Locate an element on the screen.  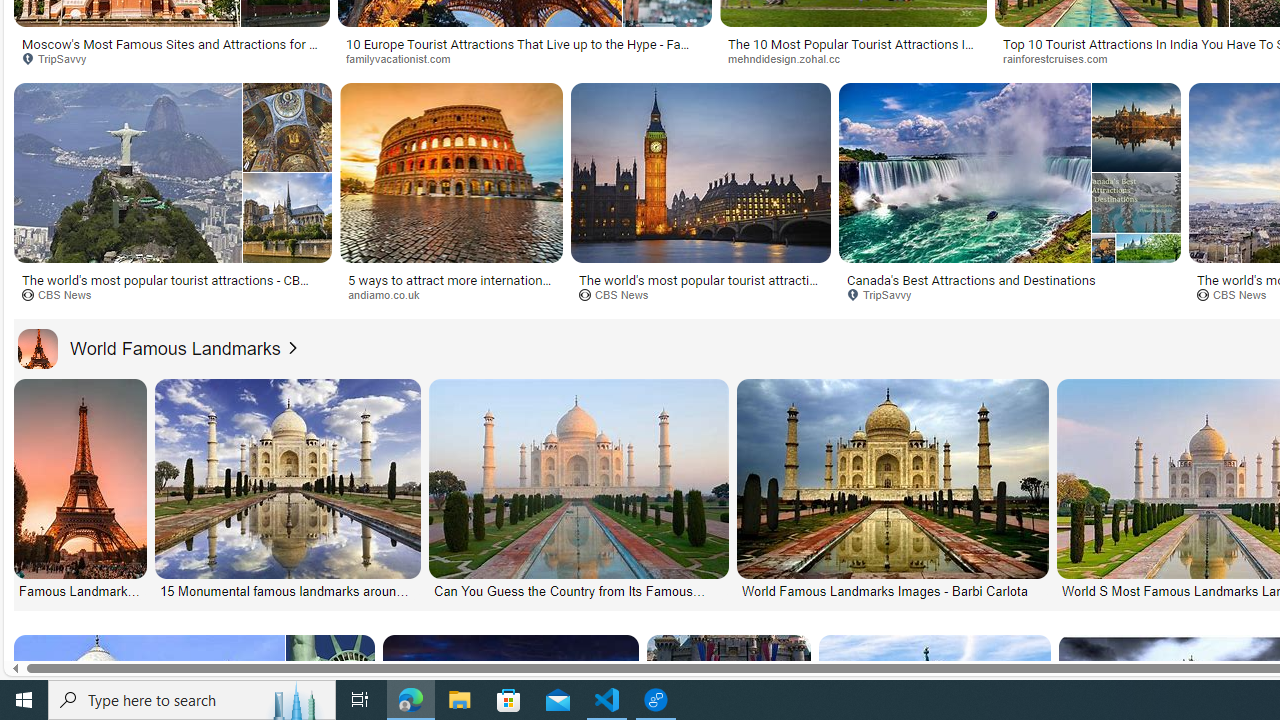
'familyvacationist.com' is located at coordinates (524, 58).